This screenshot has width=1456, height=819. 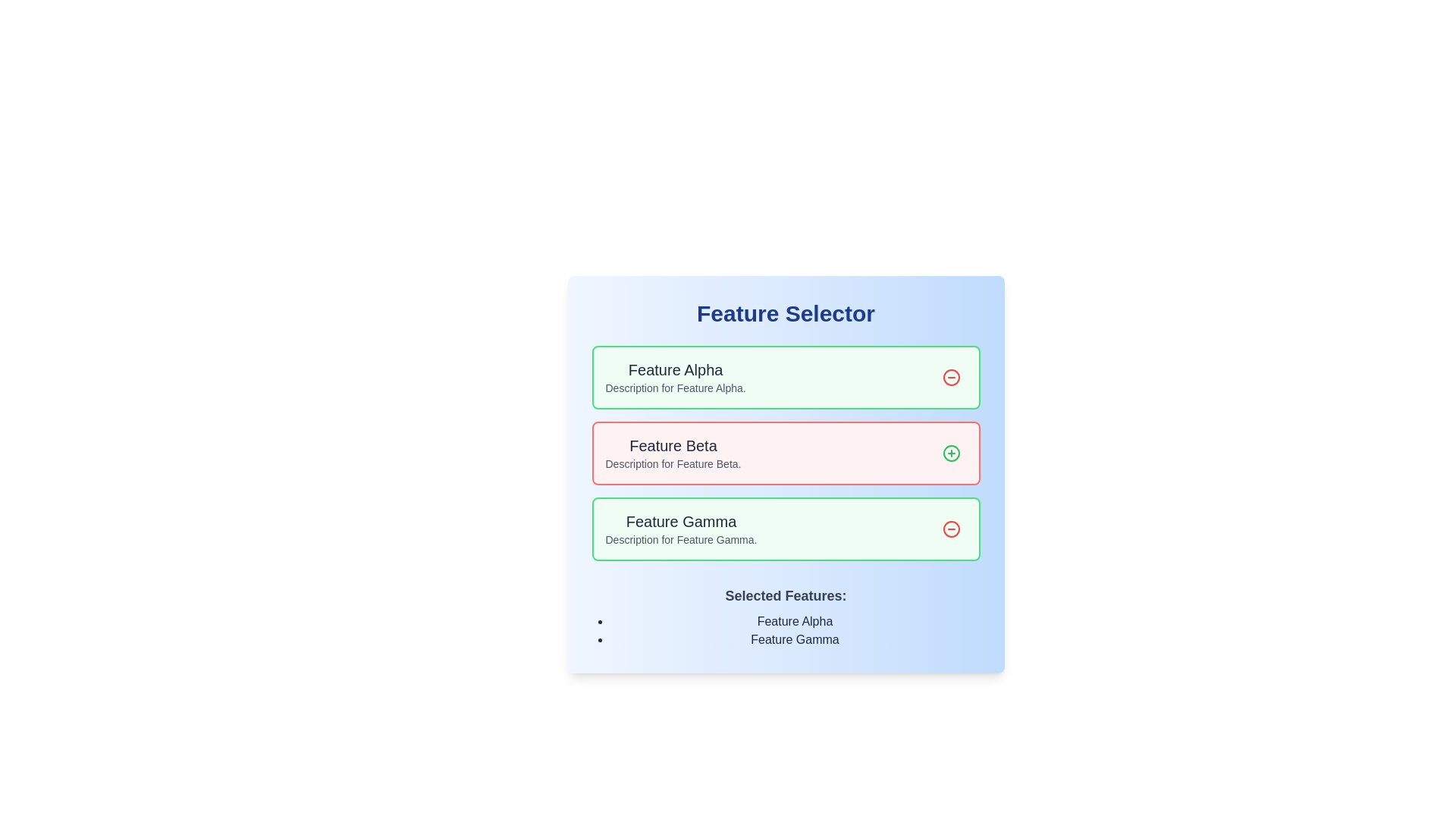 I want to click on the circular button with a red border and a minus icon, located to the right of the green box labeled 'Feature Gamma', so click(x=950, y=529).